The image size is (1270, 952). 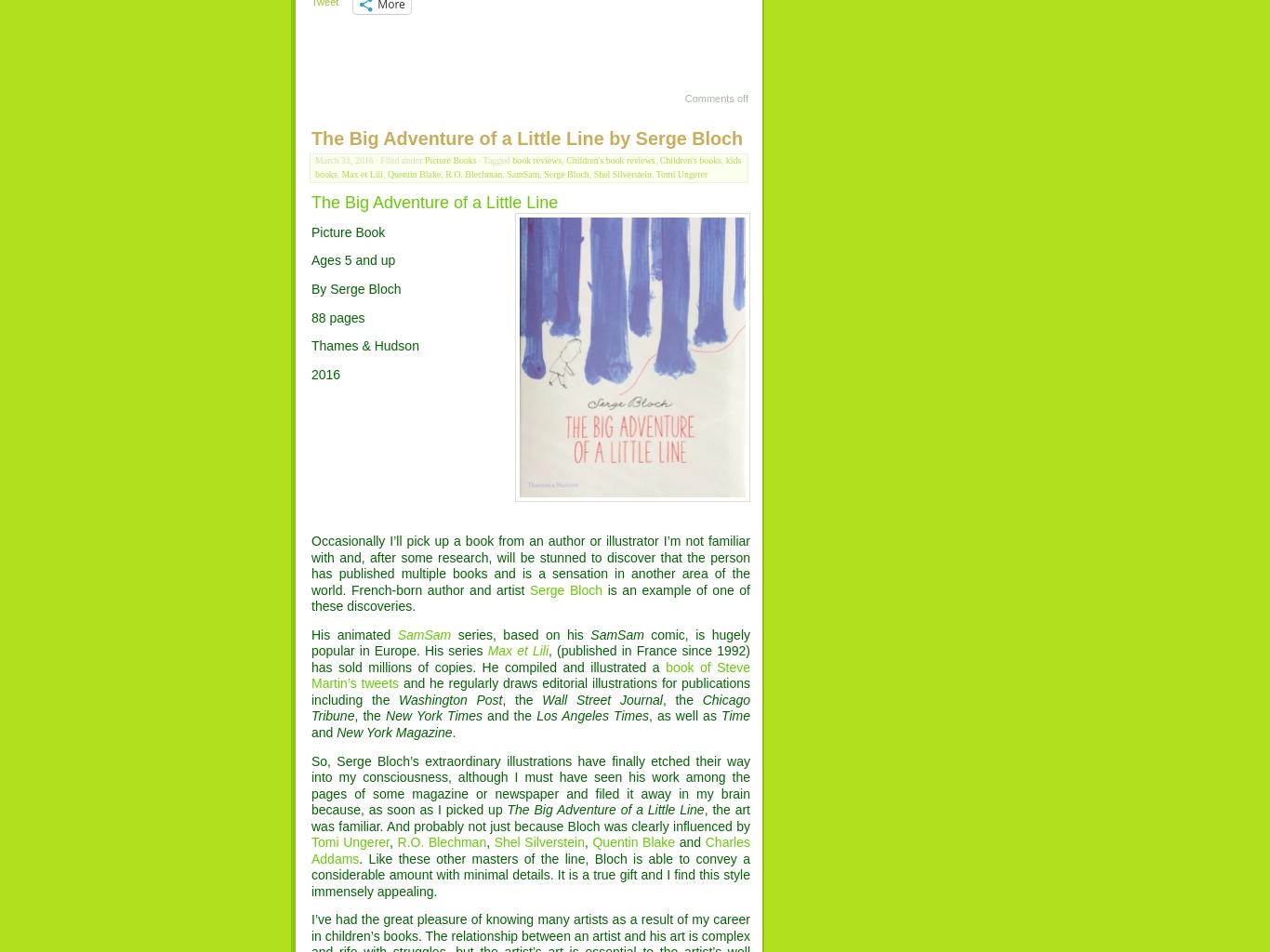 What do you see at coordinates (453, 732) in the screenshot?
I see `'.'` at bounding box center [453, 732].